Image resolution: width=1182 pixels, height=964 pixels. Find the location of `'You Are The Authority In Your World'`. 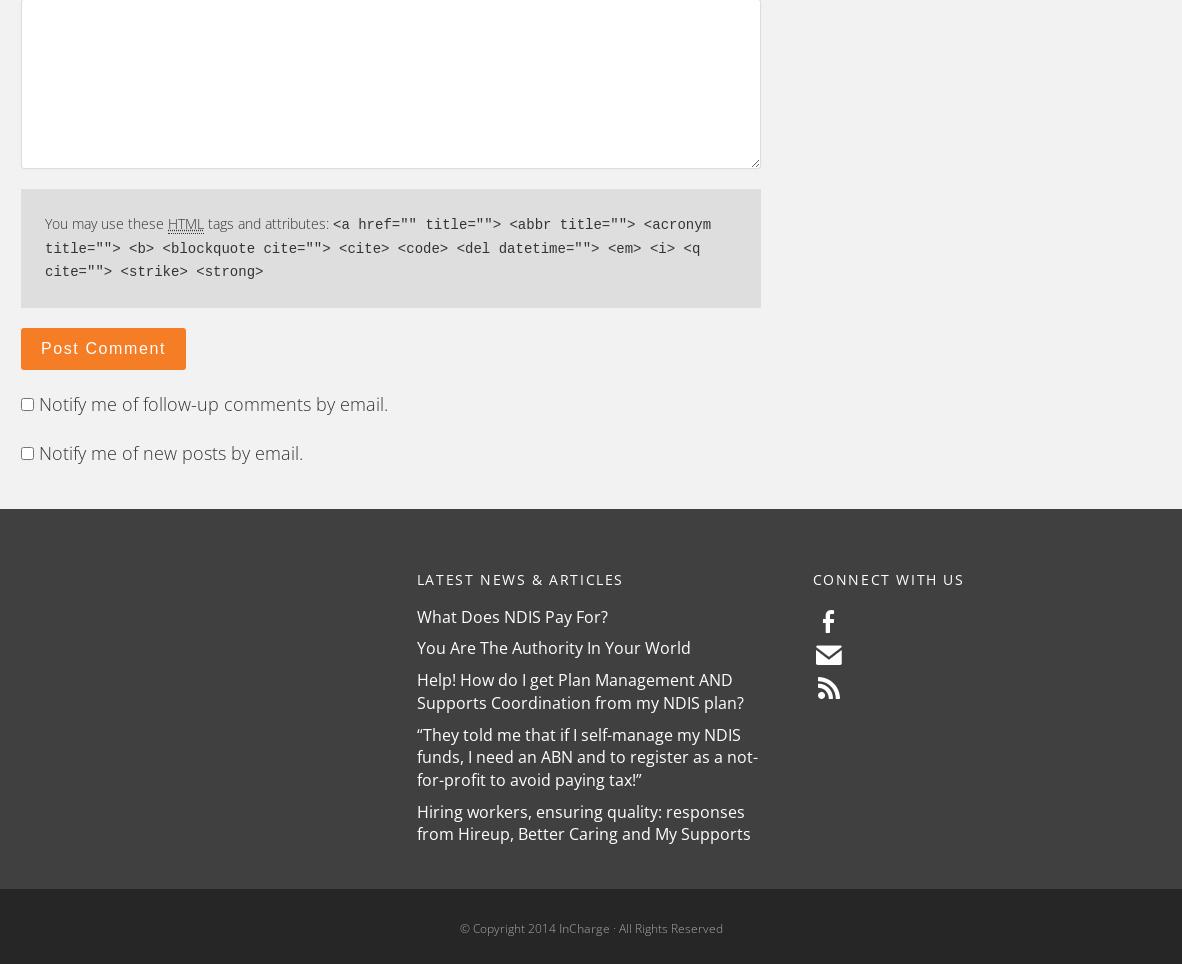

'You Are The Authority In Your World' is located at coordinates (553, 647).